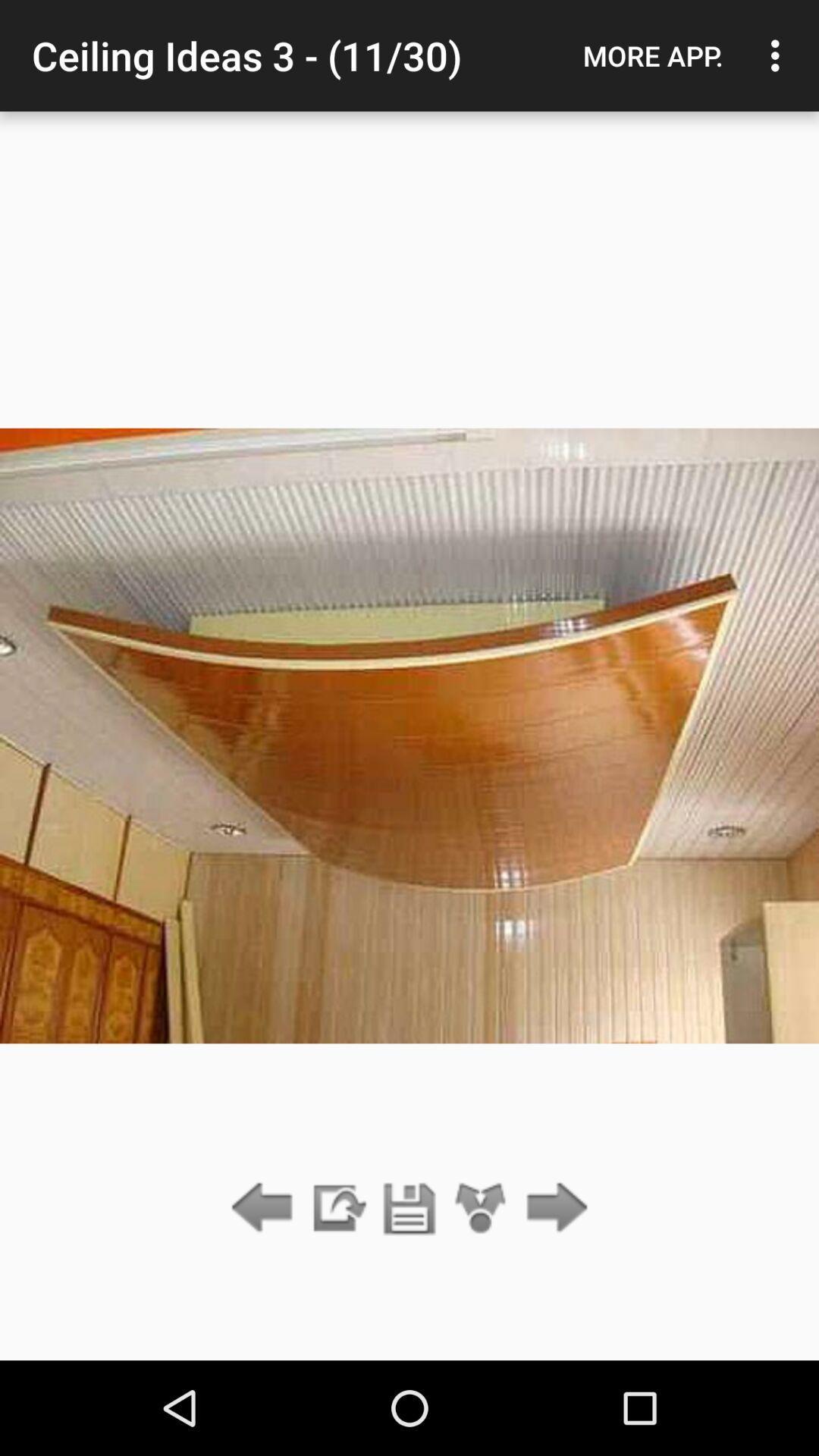 The width and height of the screenshot is (819, 1456). I want to click on download, so click(337, 1208).